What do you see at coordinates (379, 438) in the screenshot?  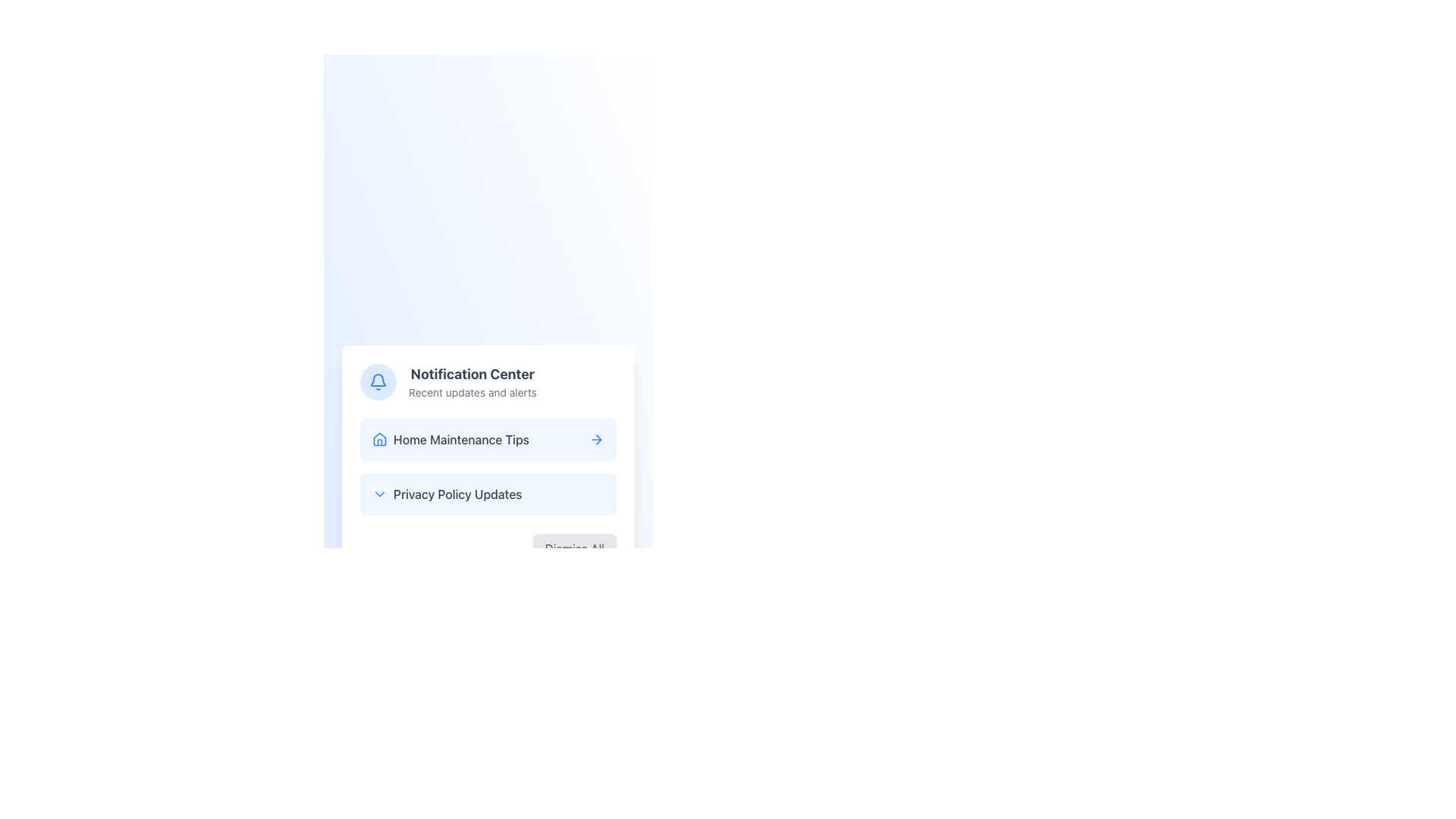 I see `the home maintenance tips icon within the notification entry titled 'Home Maintenance Tips' in the Notification Center` at bounding box center [379, 438].